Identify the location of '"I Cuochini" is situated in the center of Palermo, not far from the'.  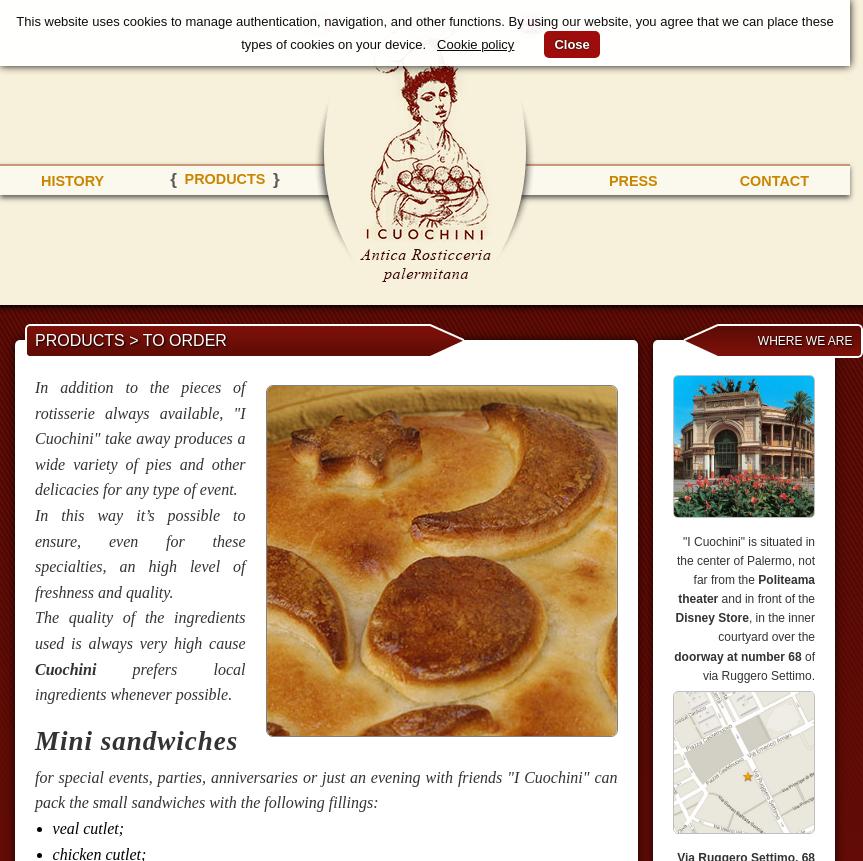
(745, 558).